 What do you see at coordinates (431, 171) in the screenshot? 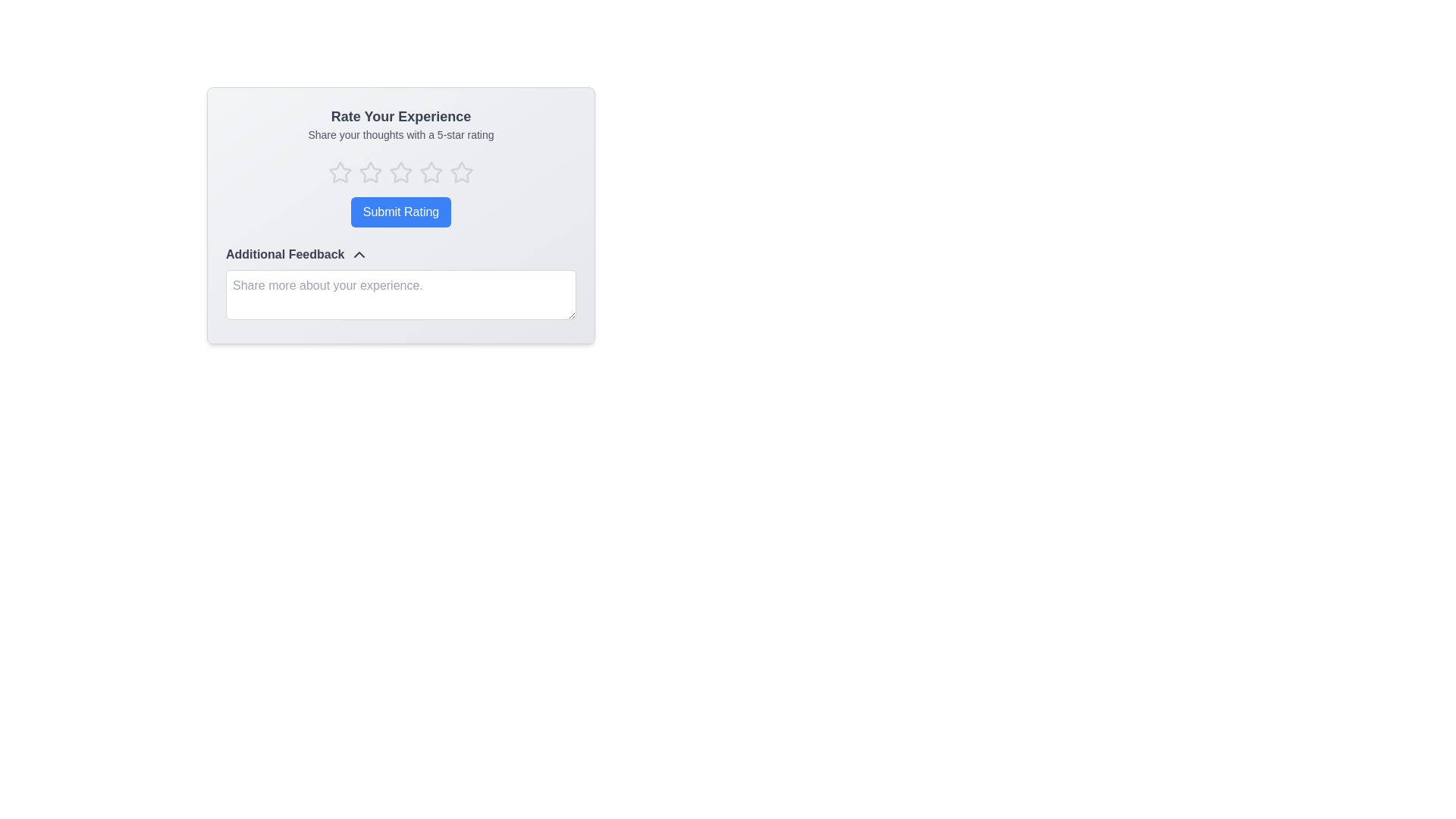
I see `the third star SVG icon in the rating interface` at bounding box center [431, 171].